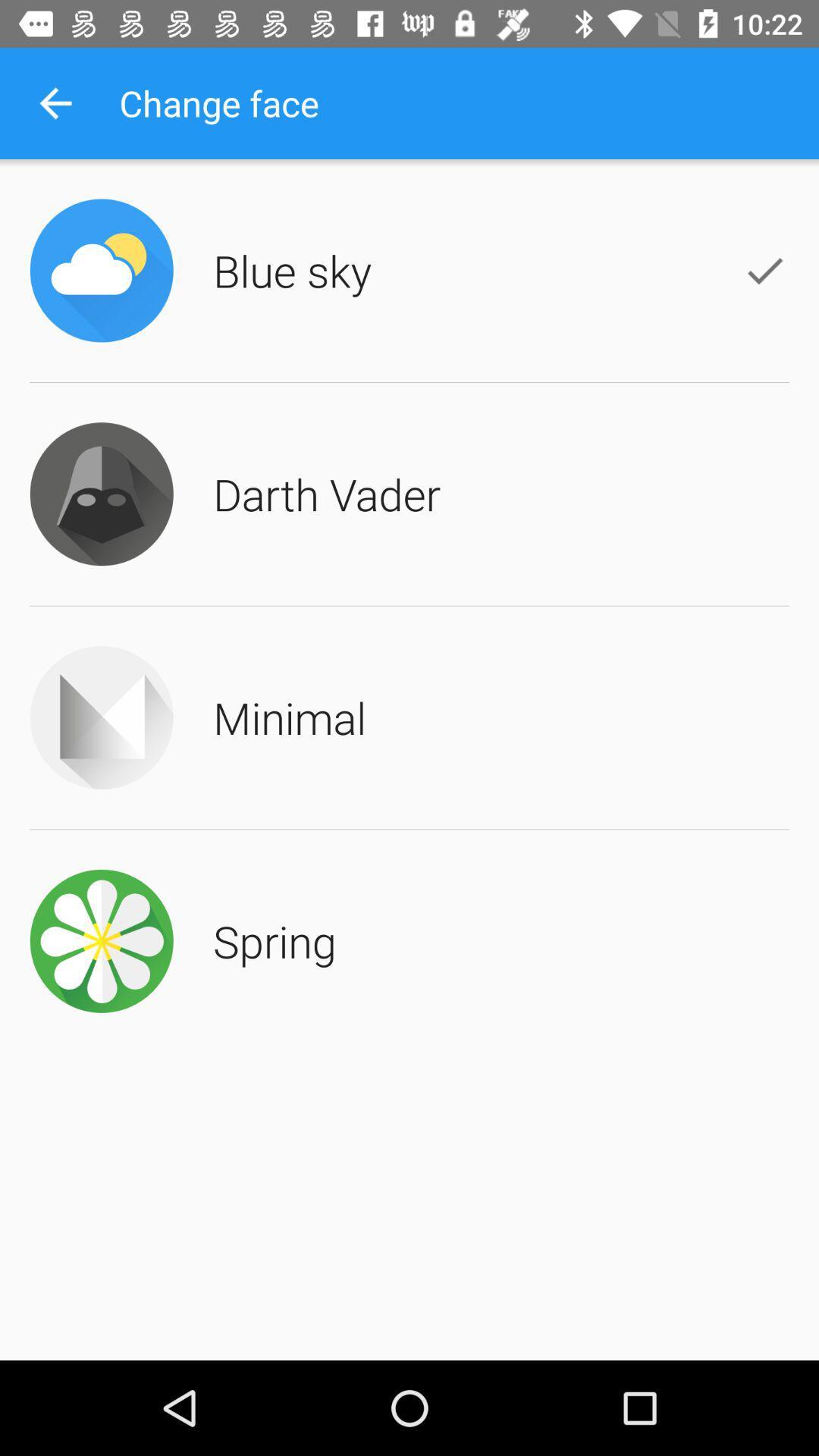 The width and height of the screenshot is (819, 1456). Describe the element at coordinates (55, 102) in the screenshot. I see `go back` at that location.